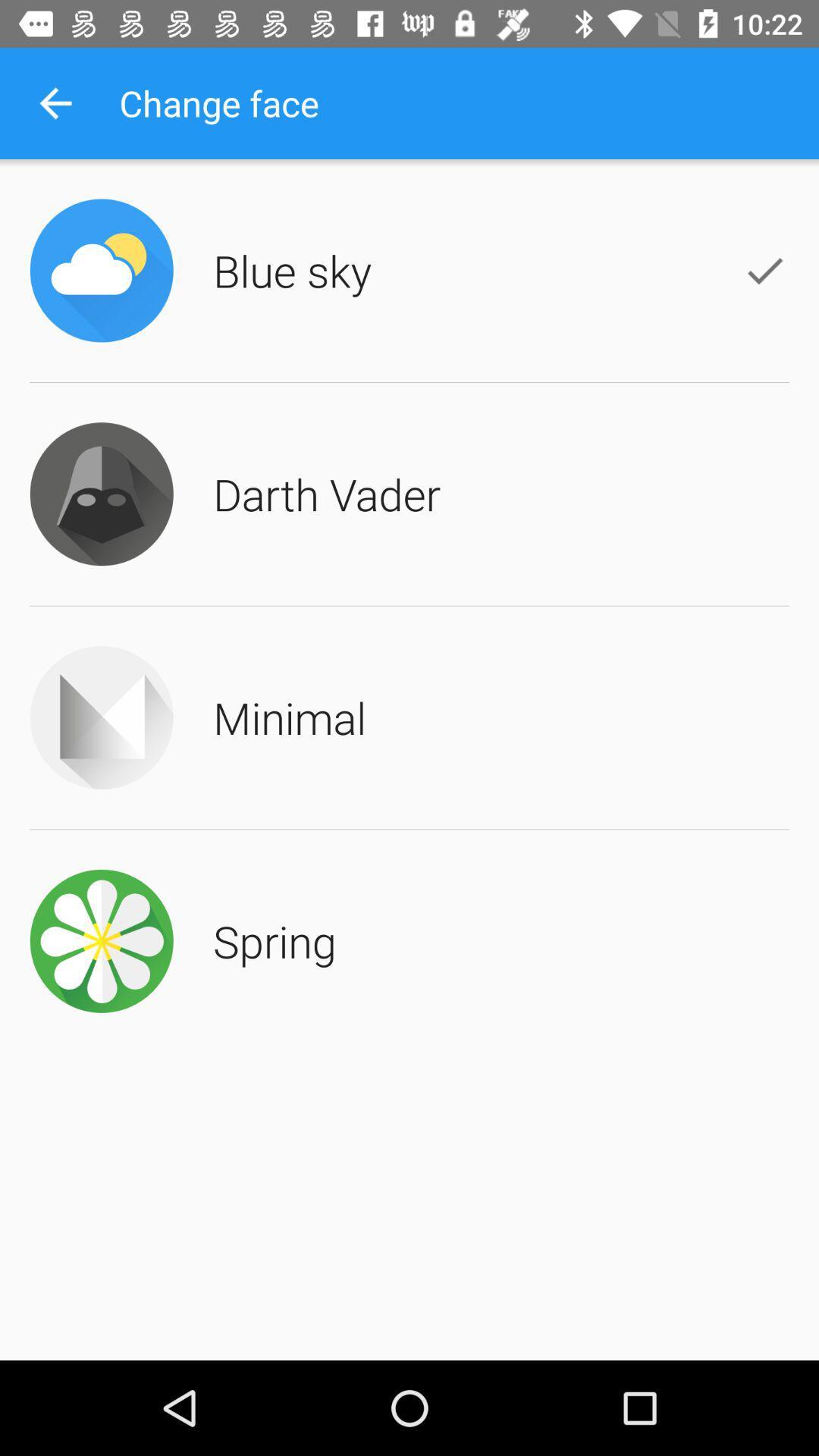 The width and height of the screenshot is (819, 1456). Describe the element at coordinates (55, 102) in the screenshot. I see `go back` at that location.